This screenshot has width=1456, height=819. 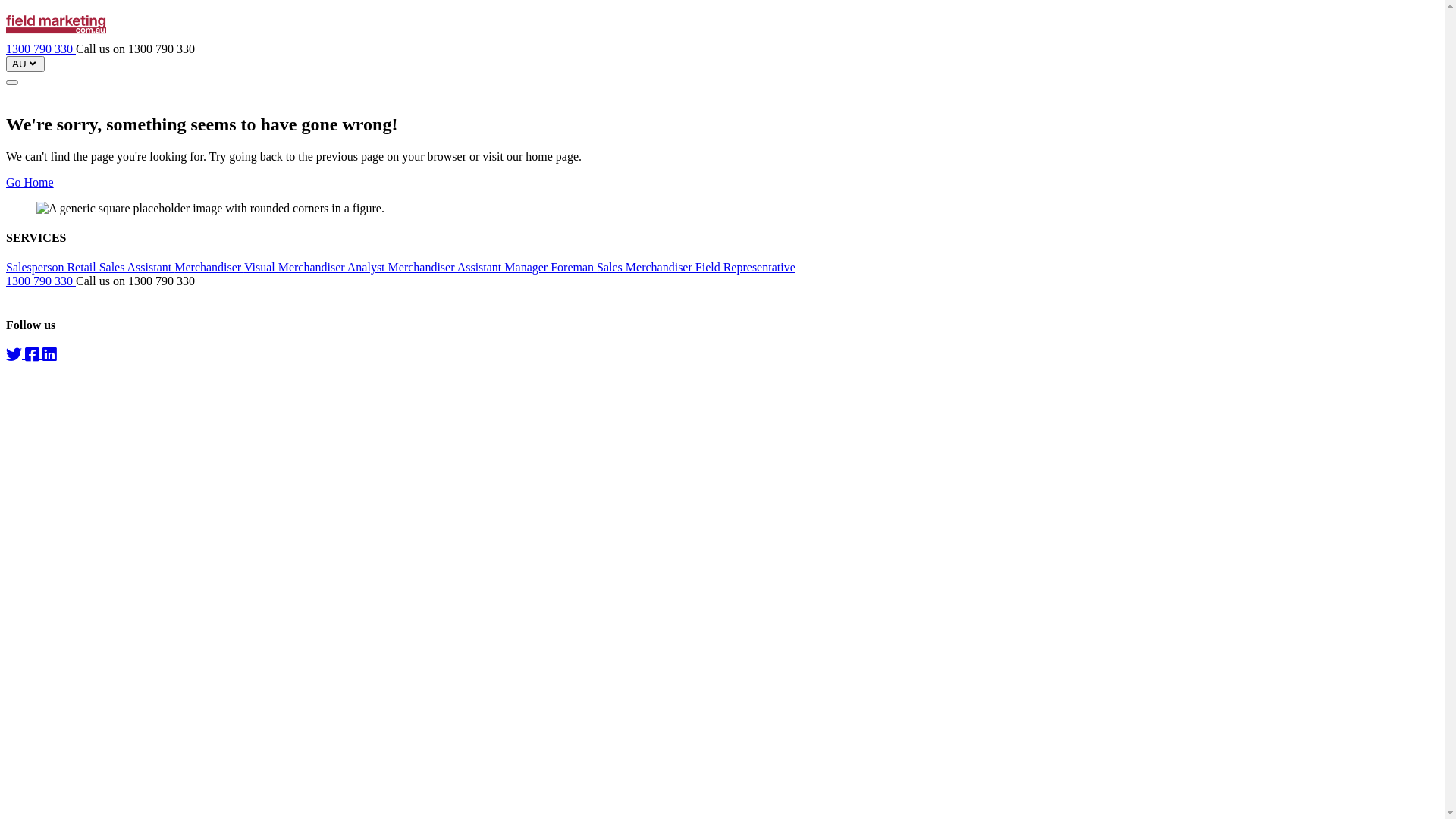 What do you see at coordinates (422, 266) in the screenshot?
I see `'Merchandiser'` at bounding box center [422, 266].